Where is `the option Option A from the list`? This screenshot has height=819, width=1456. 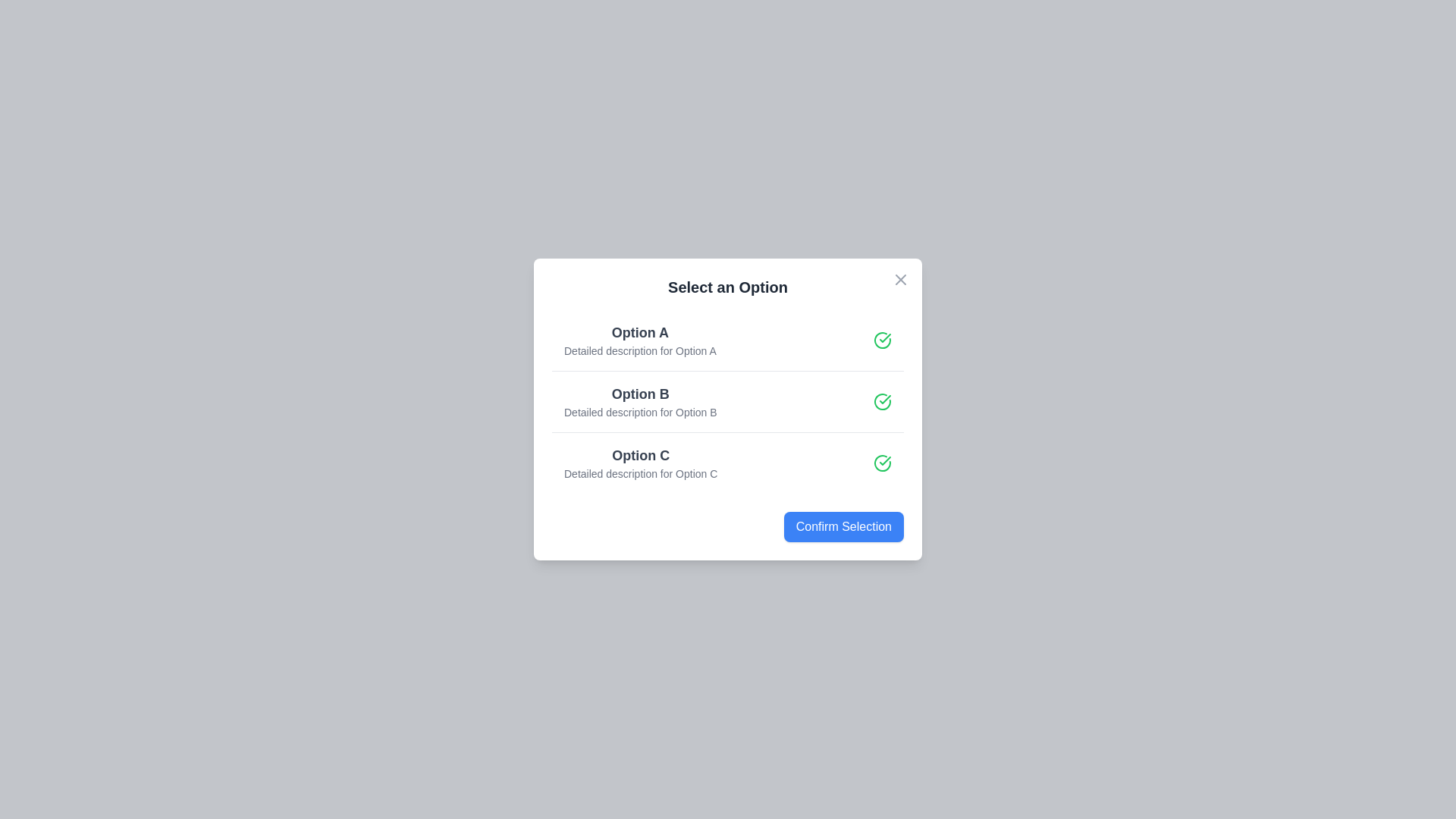
the option Option A from the list is located at coordinates (728, 339).